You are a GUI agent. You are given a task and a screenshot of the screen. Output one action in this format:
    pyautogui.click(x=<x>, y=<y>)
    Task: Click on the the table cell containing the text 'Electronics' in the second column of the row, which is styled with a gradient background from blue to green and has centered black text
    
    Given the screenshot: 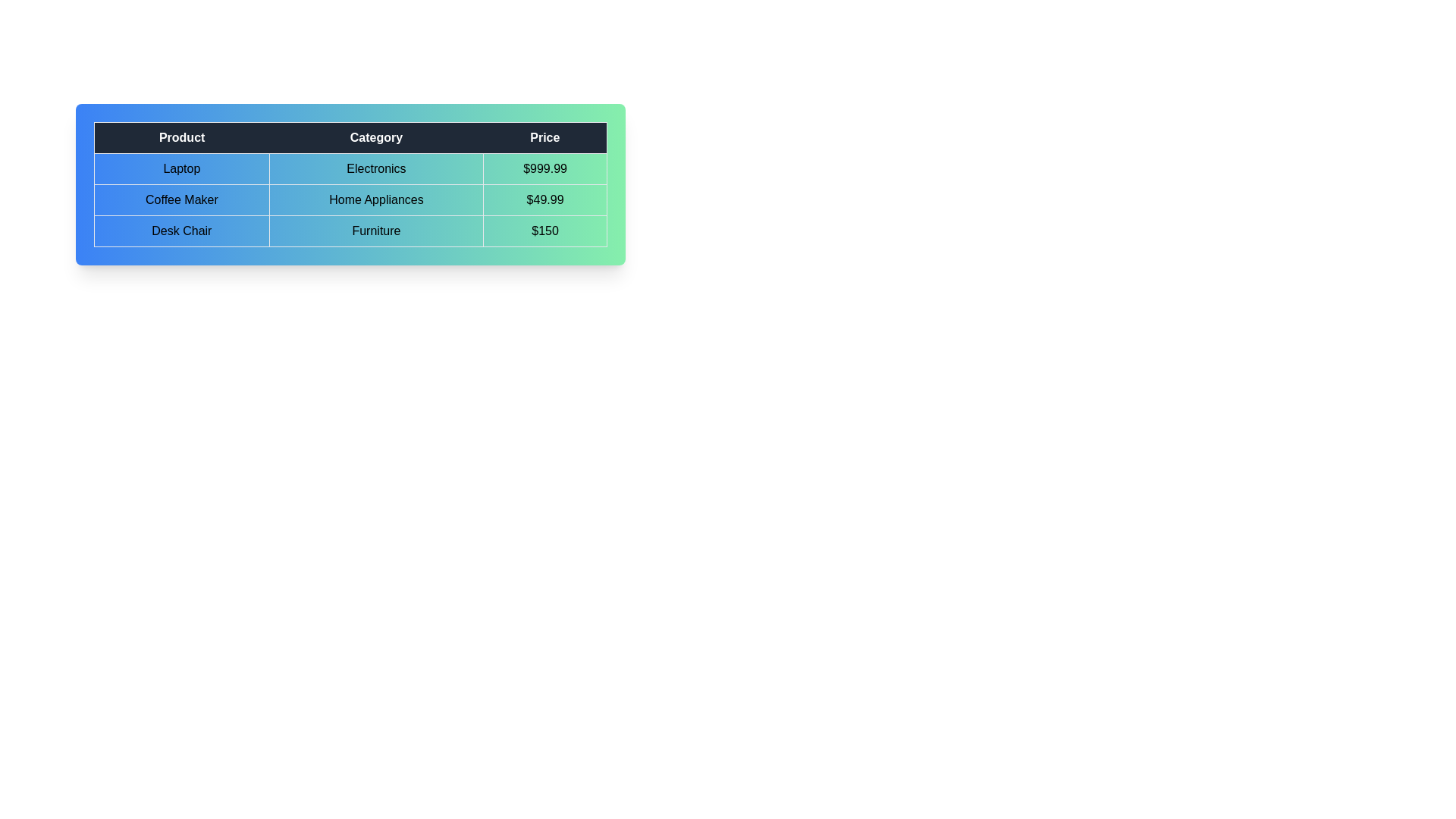 What is the action you would take?
    pyautogui.click(x=376, y=169)
    